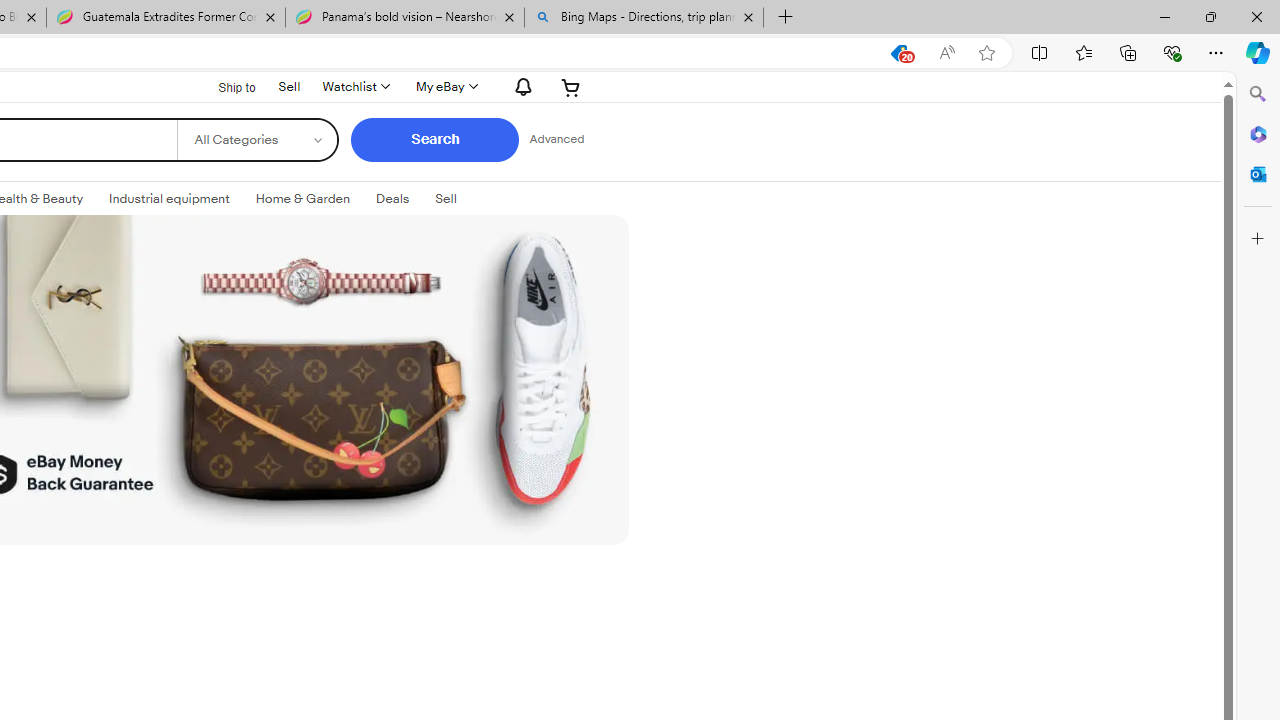 Image resolution: width=1280 pixels, height=720 pixels. Describe the element at coordinates (256, 139) in the screenshot. I see `'Select a category for search'` at that location.